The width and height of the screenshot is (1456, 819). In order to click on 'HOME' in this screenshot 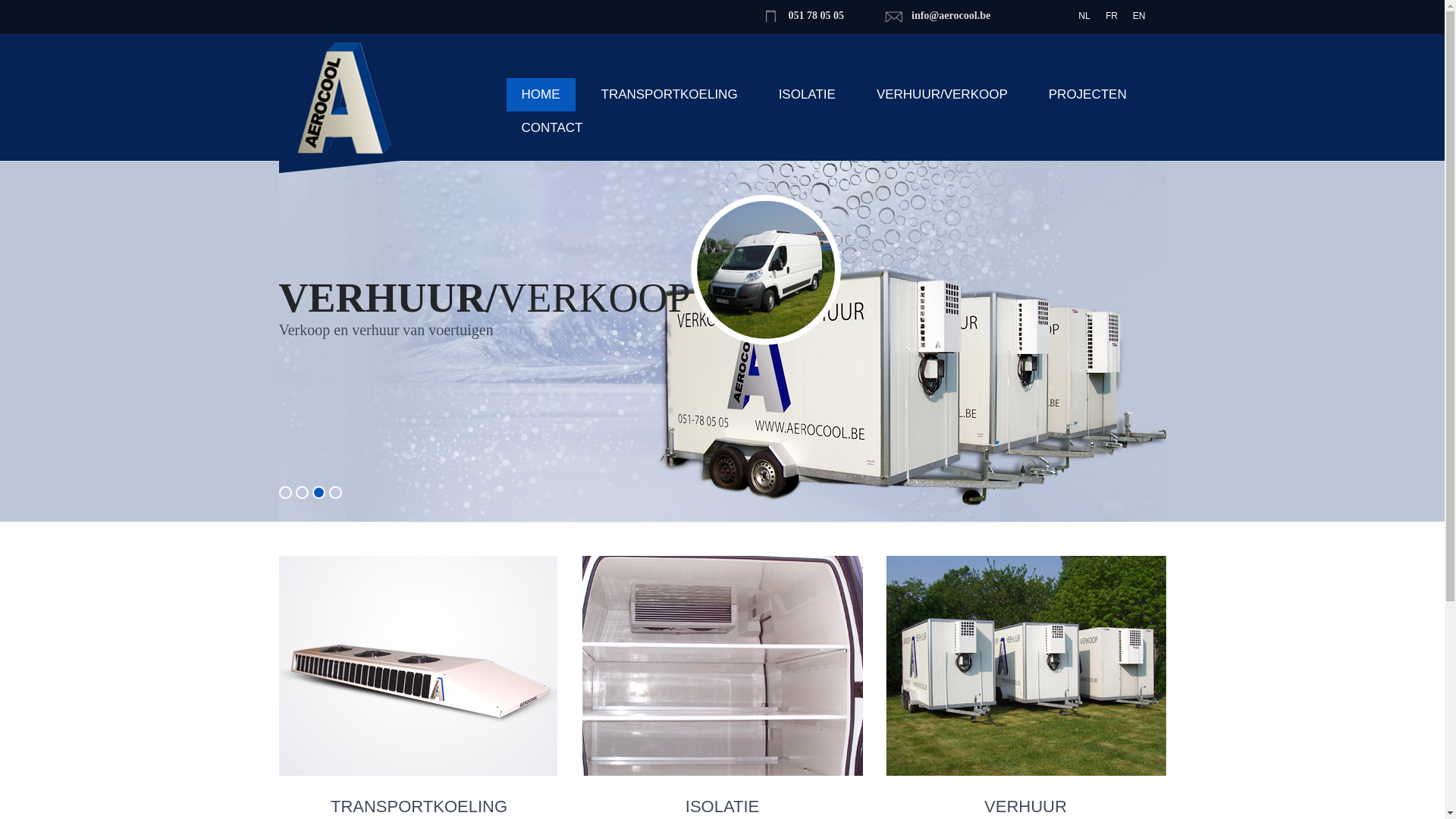, I will do `click(541, 94)`.